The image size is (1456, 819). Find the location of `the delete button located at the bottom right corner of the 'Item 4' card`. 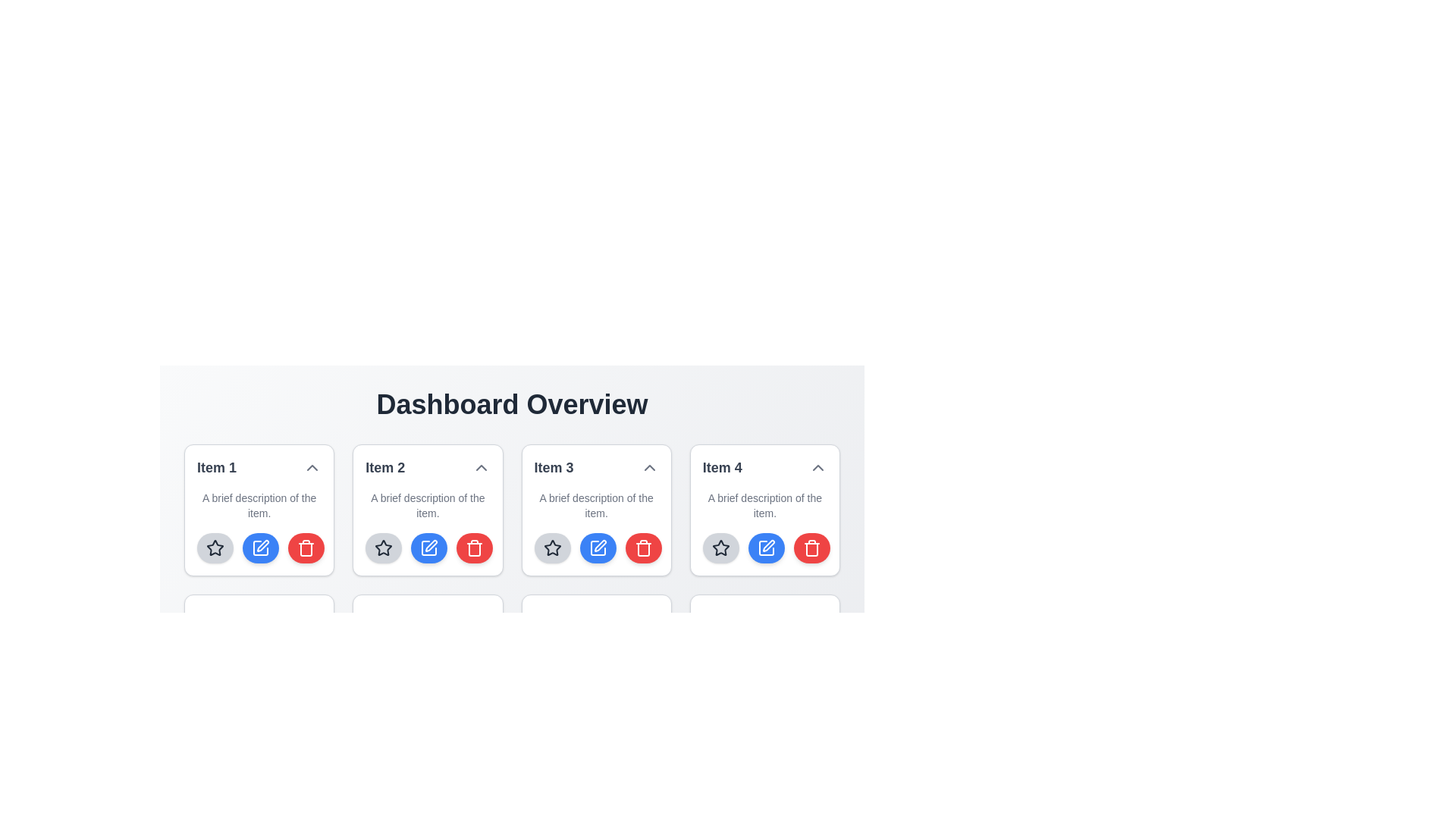

the delete button located at the bottom right corner of the 'Item 4' card is located at coordinates (811, 548).